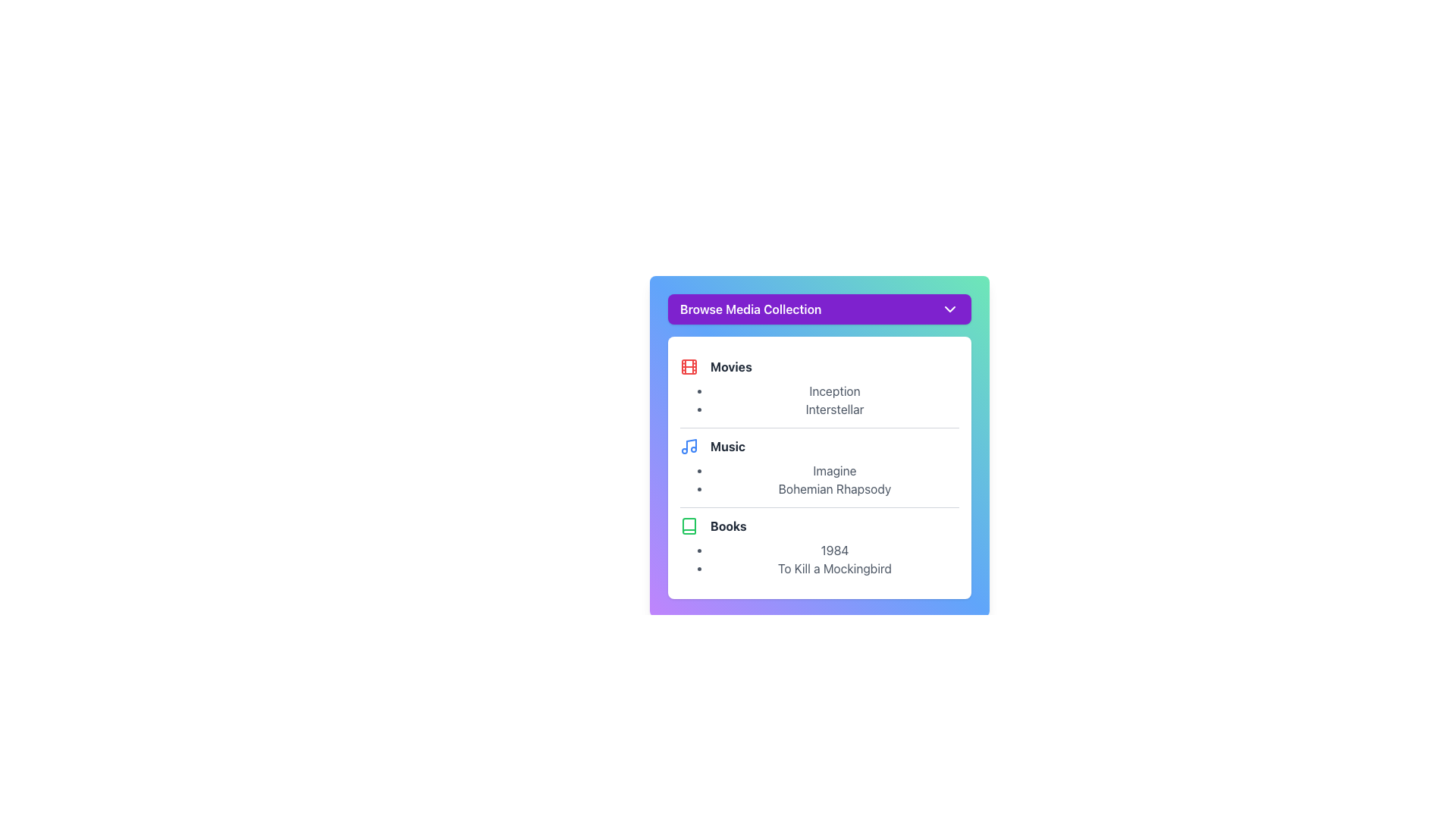  Describe the element at coordinates (833, 550) in the screenshot. I see `the static text displaying '1984' which is the first item in the bulleted list under the 'Books' section` at that location.